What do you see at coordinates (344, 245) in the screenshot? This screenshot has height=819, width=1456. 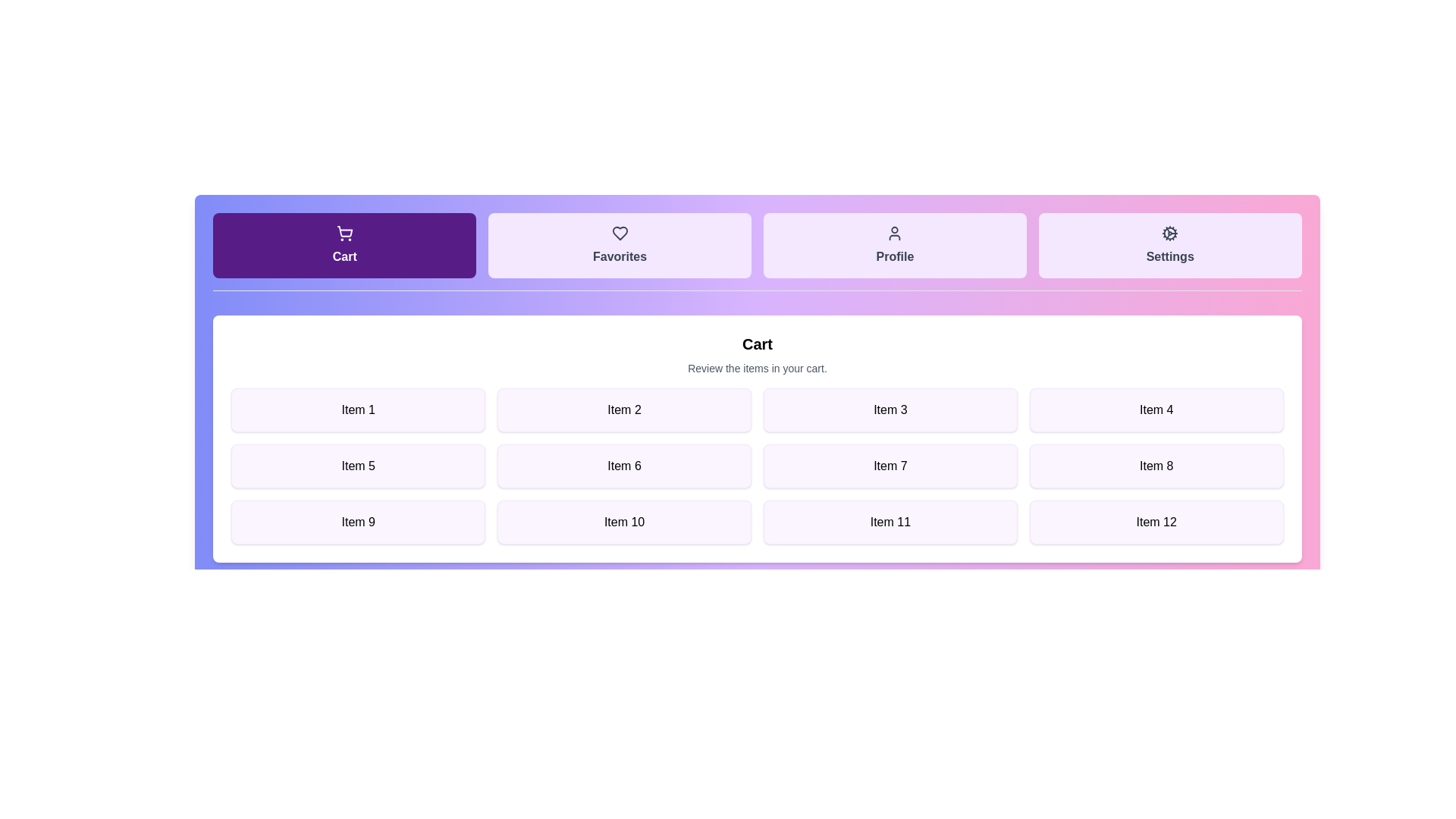 I see `the Cart tab to observe its visual design` at bounding box center [344, 245].